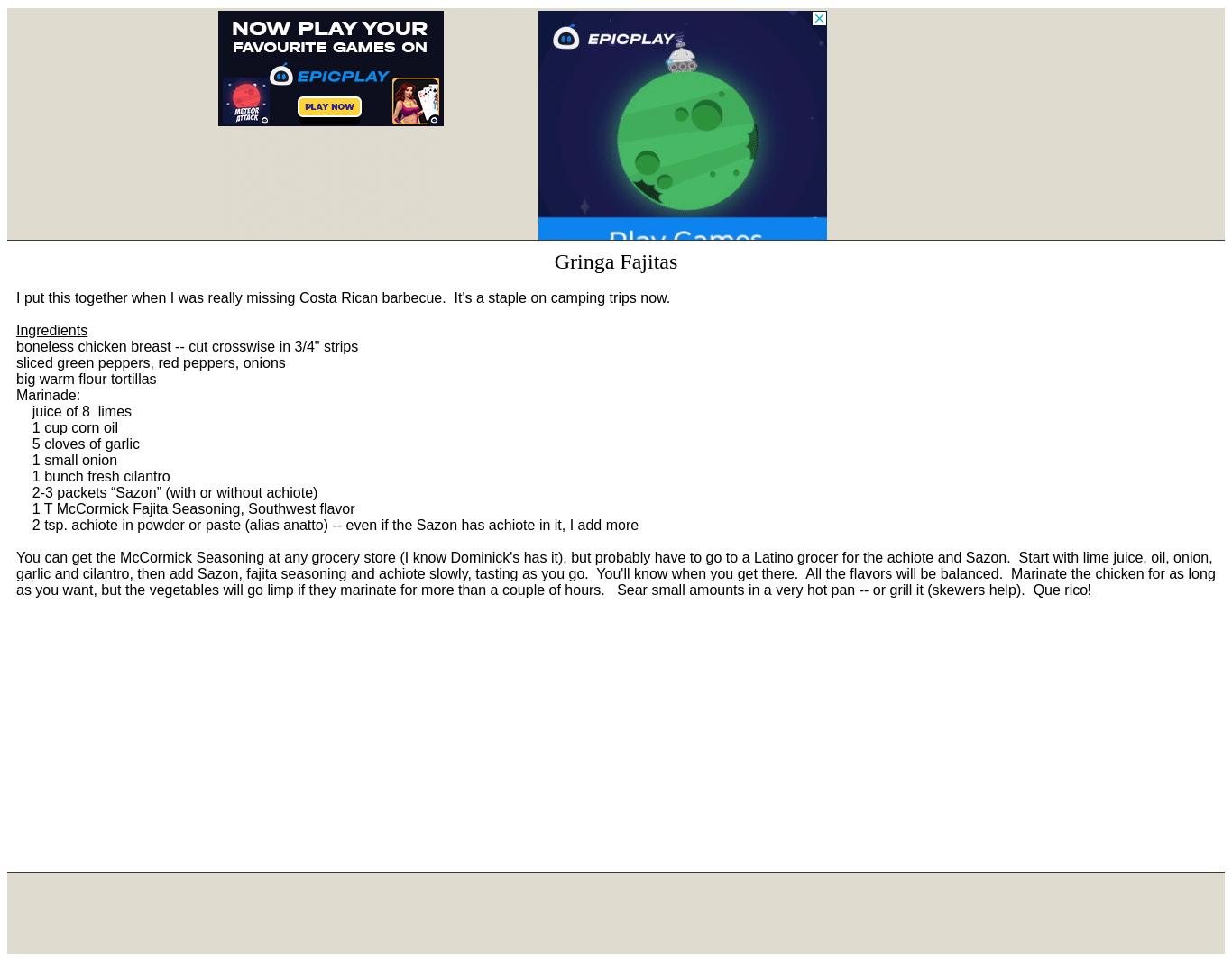  What do you see at coordinates (614, 261) in the screenshot?
I see `'Gringa Fajitas'` at bounding box center [614, 261].